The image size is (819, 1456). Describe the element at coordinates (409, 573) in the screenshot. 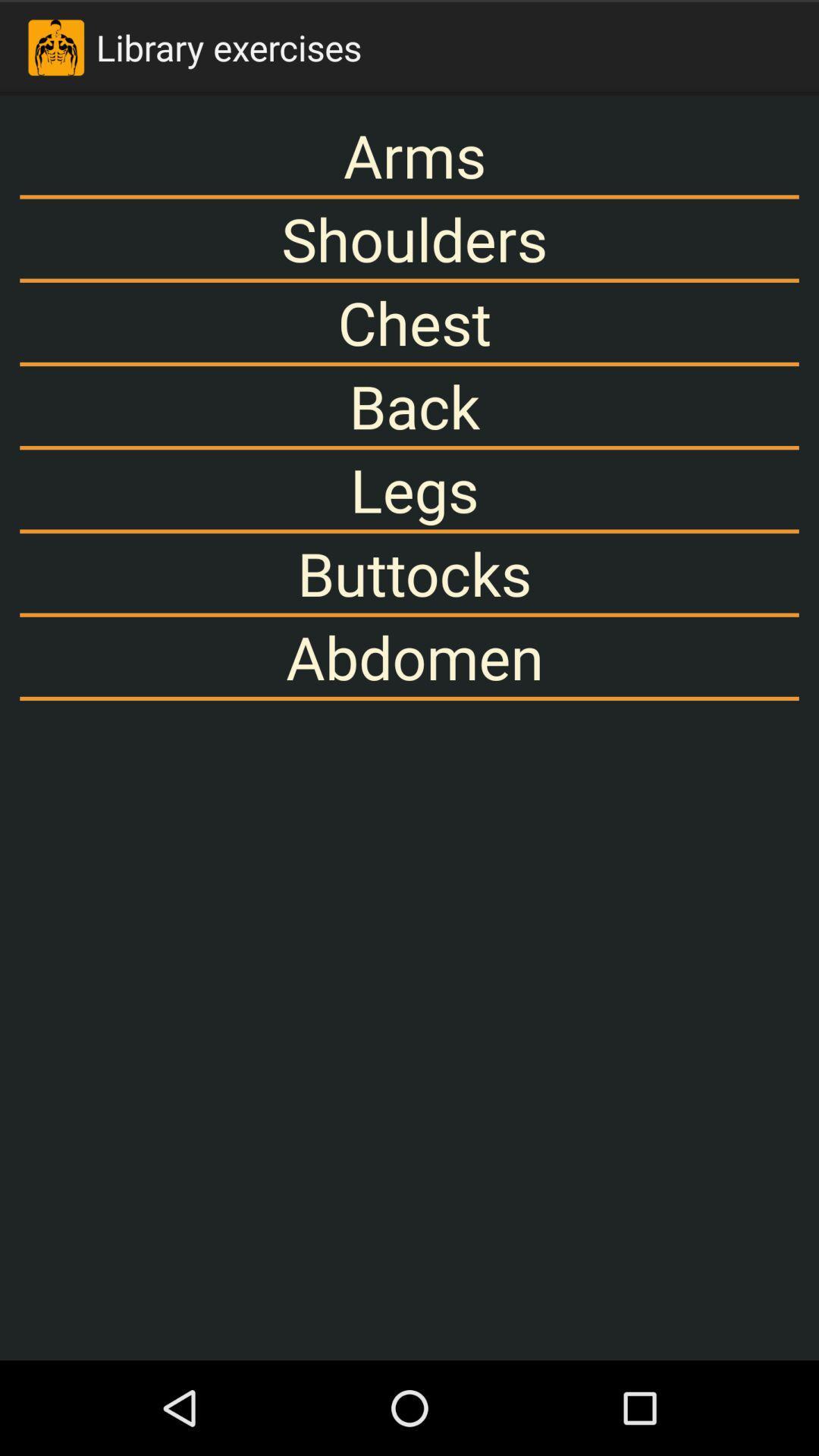

I see `buttocks` at that location.